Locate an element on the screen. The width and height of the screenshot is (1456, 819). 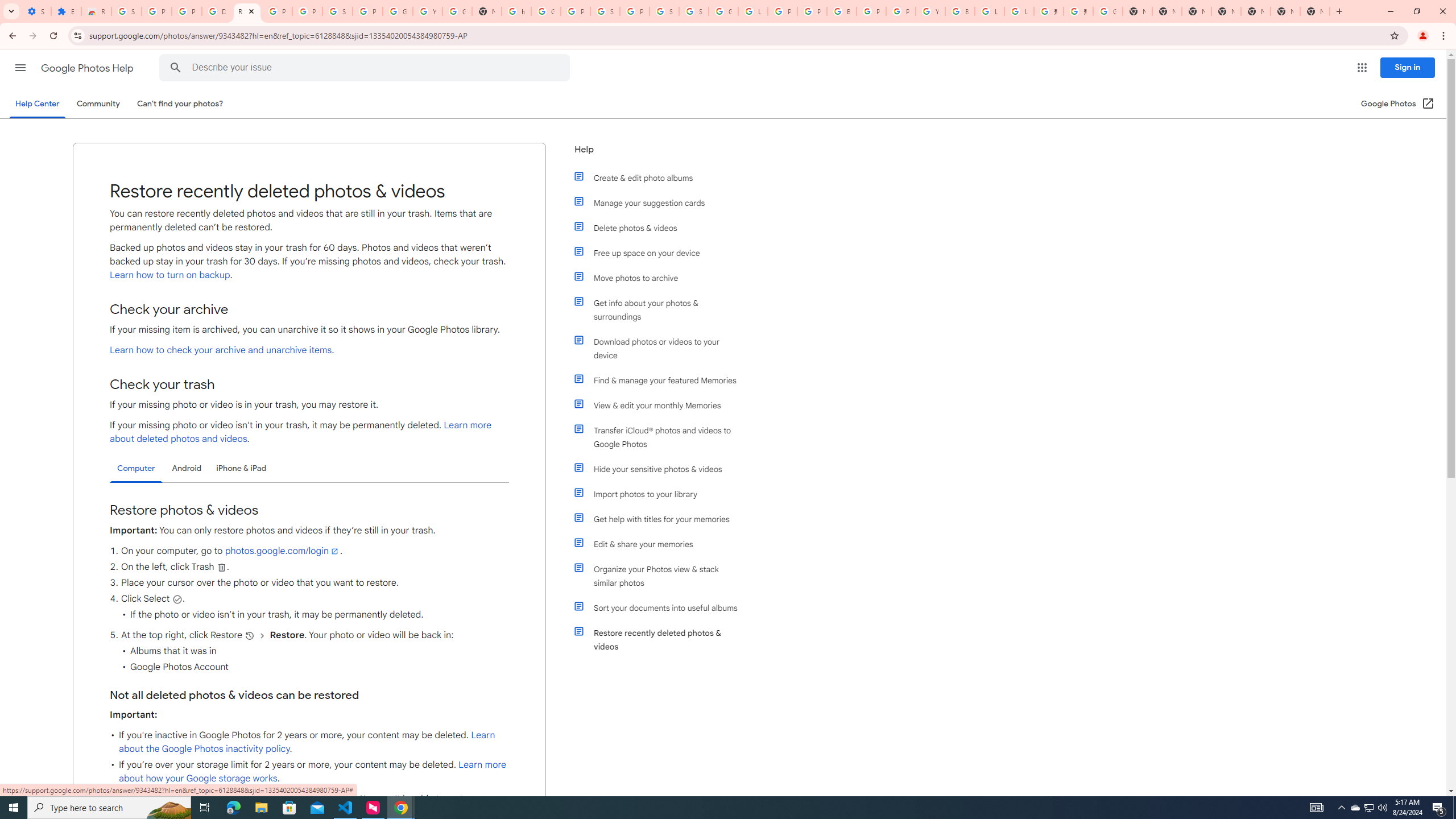
'Help Center' is located at coordinates (37, 103).